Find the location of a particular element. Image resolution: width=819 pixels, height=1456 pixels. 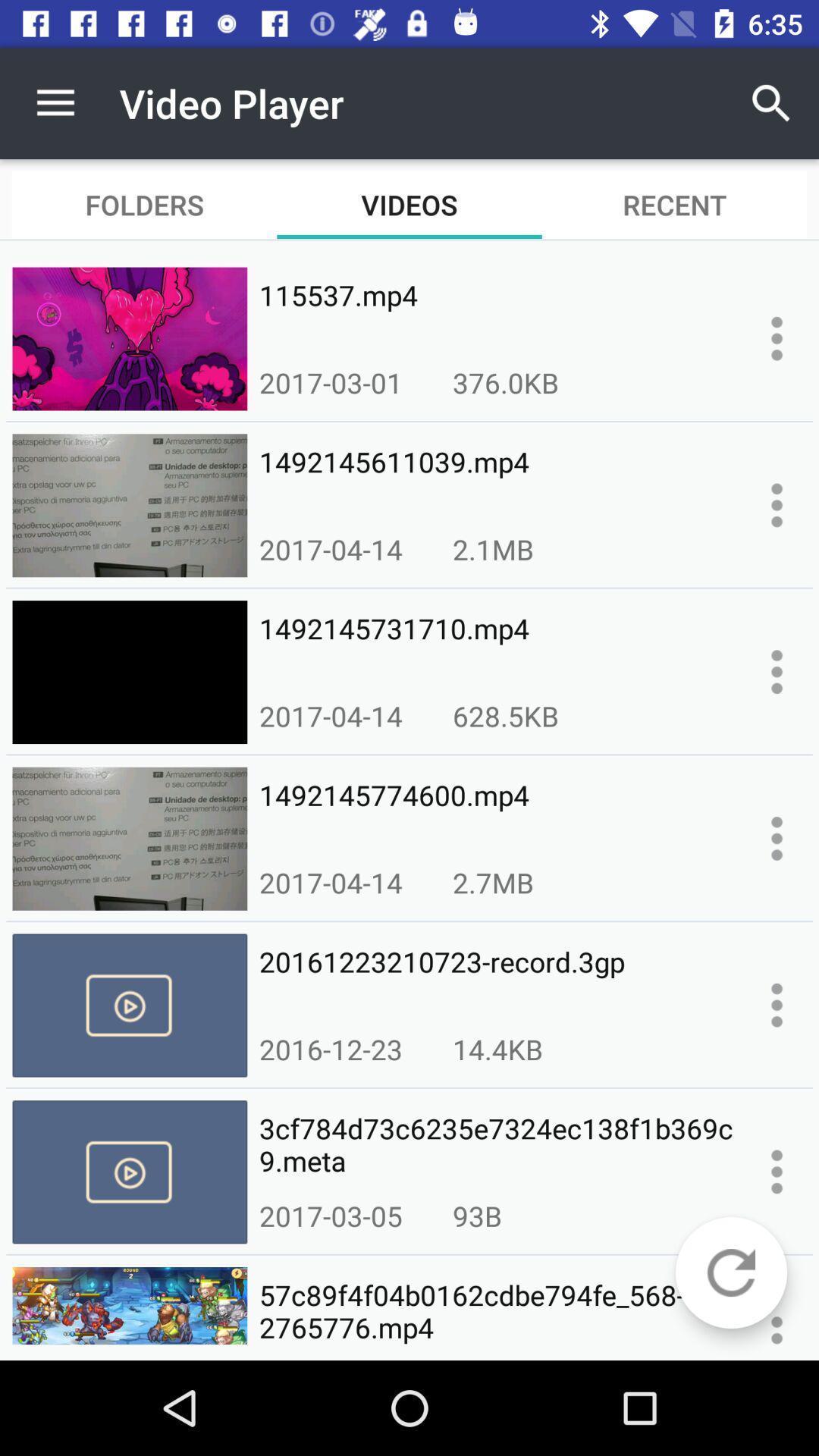

item below the 20161223210723-record.3gp is located at coordinates (497, 1048).